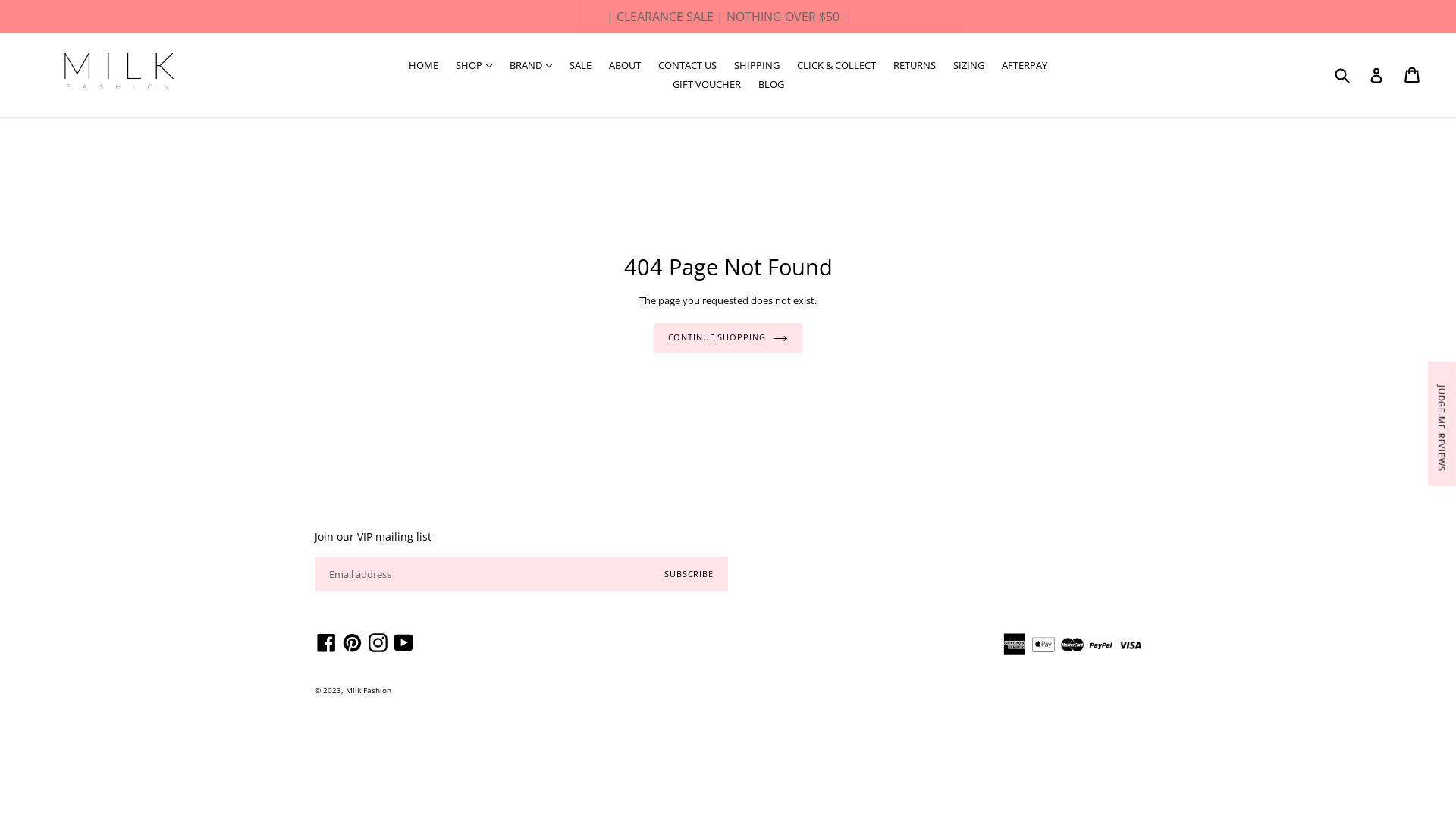 The height and width of the screenshot is (819, 1456). Describe the element at coordinates (688, 573) in the screenshot. I see `'SUBSCRIBE'` at that location.